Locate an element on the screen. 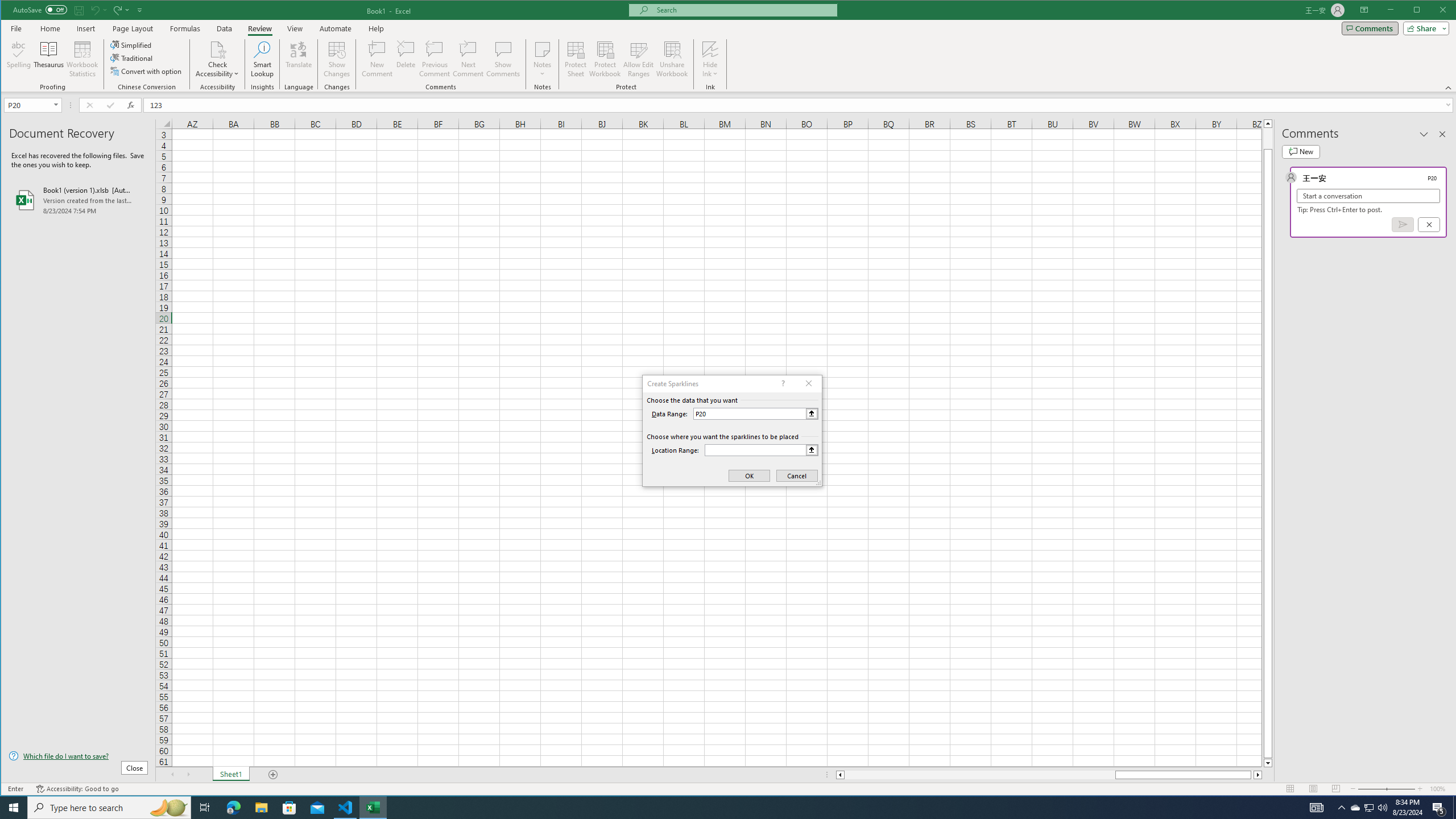 The height and width of the screenshot is (819, 1456). 'Page right' is located at coordinates (1252, 775).